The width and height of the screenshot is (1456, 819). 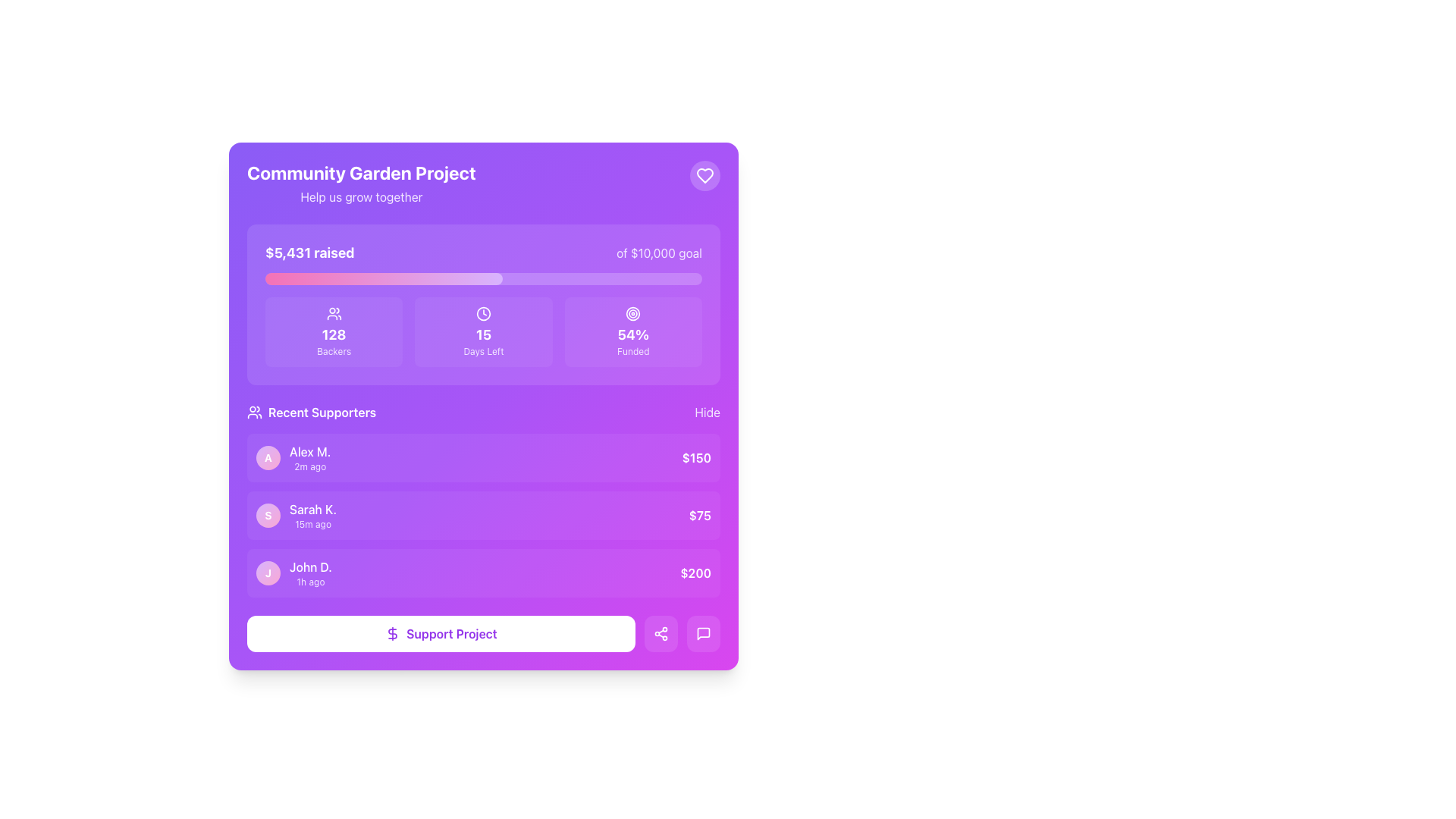 I want to click on the text element that reads 'Help us grow together,' which is styled in purple text on a purple background and positioned directly below 'Community Garden Project.', so click(x=360, y=196).